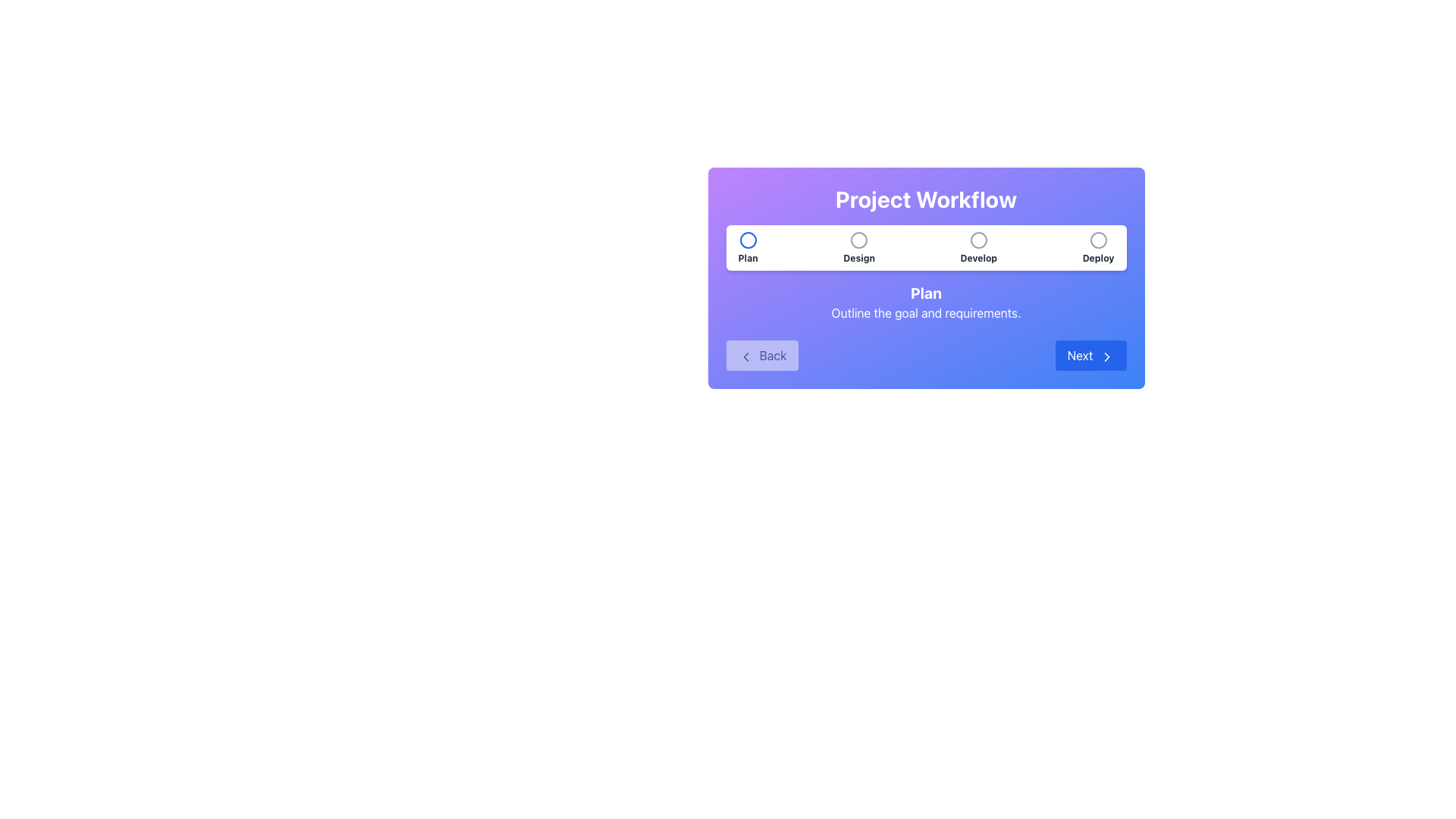 This screenshot has width=1456, height=819. Describe the element at coordinates (1106, 356) in the screenshot. I see `the chevron icon located to the right of the 'Next' text on the button in the bottom right corner of the workflow card, which serves as a visual indicator for navigation suggesting a forward action` at that location.